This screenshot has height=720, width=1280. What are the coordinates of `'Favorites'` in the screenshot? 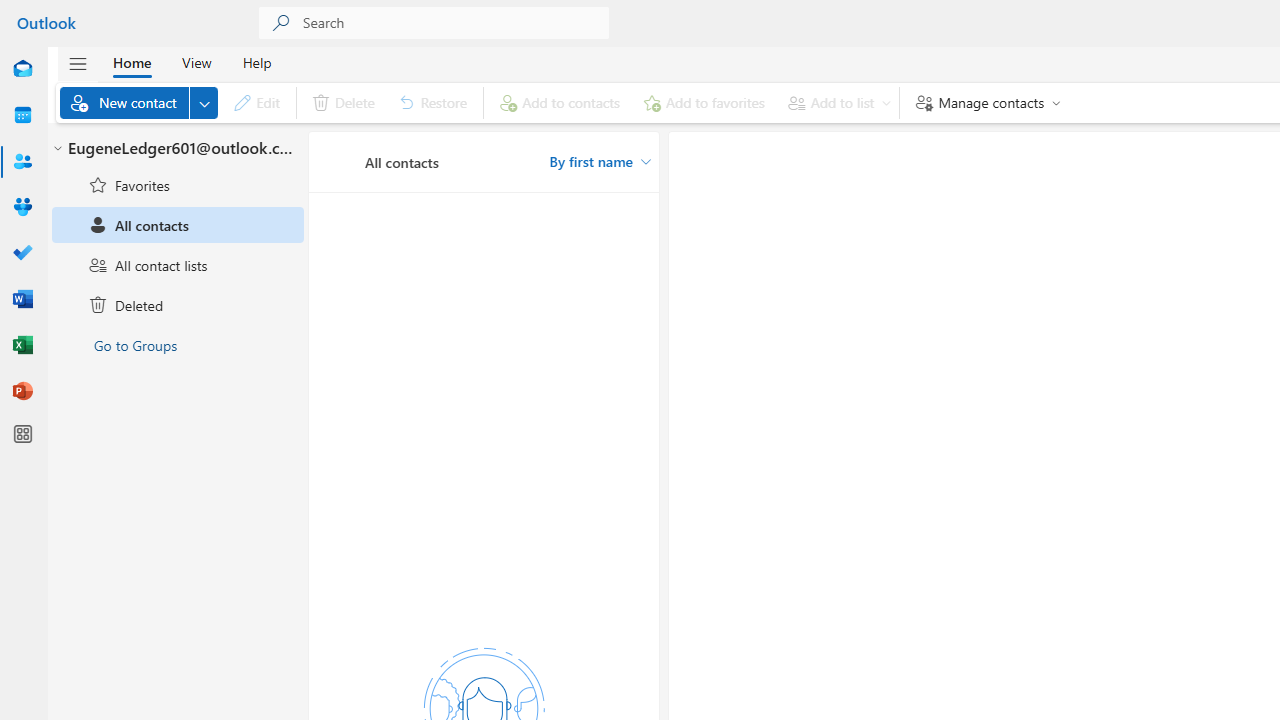 It's located at (178, 185).